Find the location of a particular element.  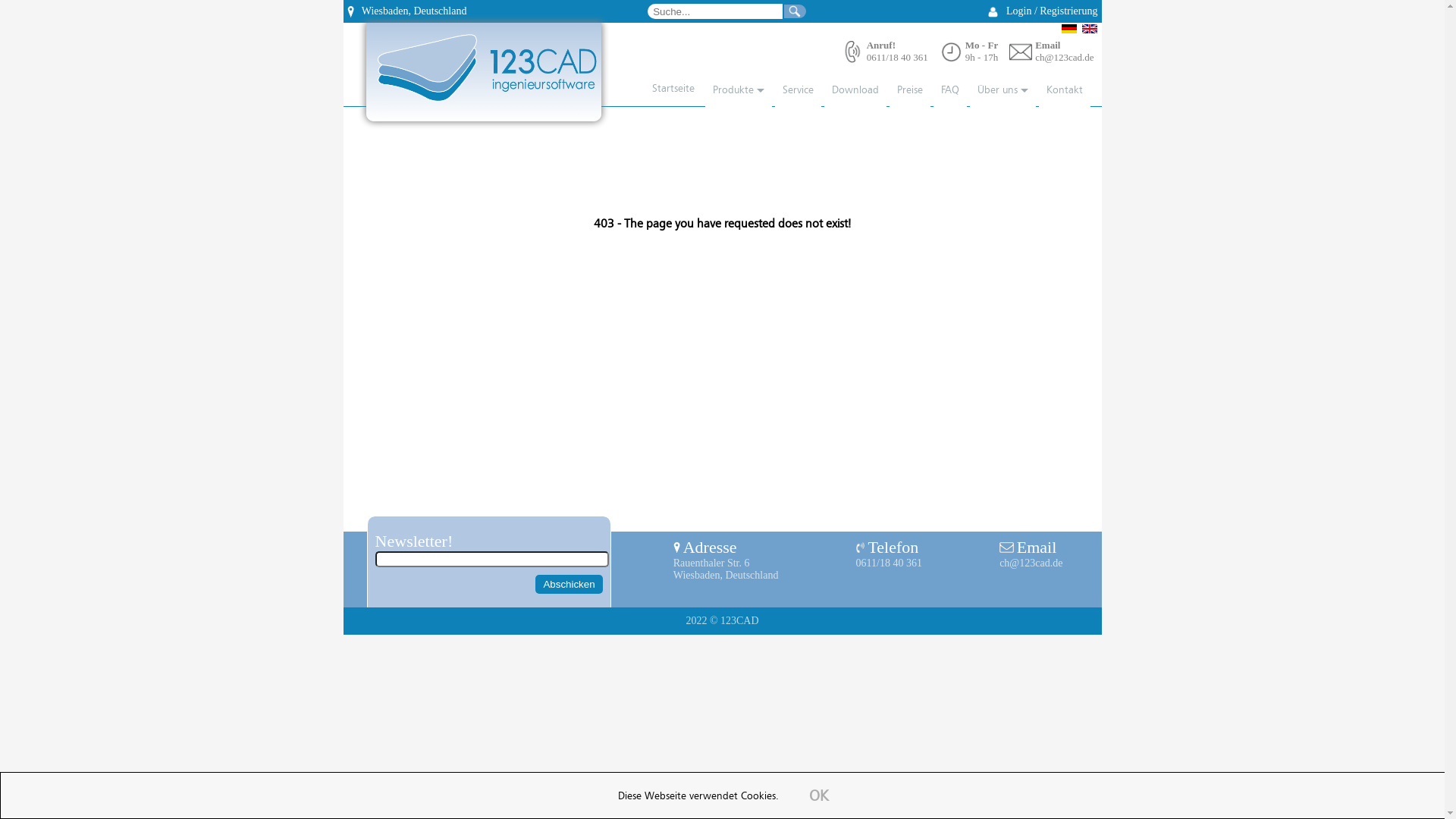

'Preise' is located at coordinates (909, 90).